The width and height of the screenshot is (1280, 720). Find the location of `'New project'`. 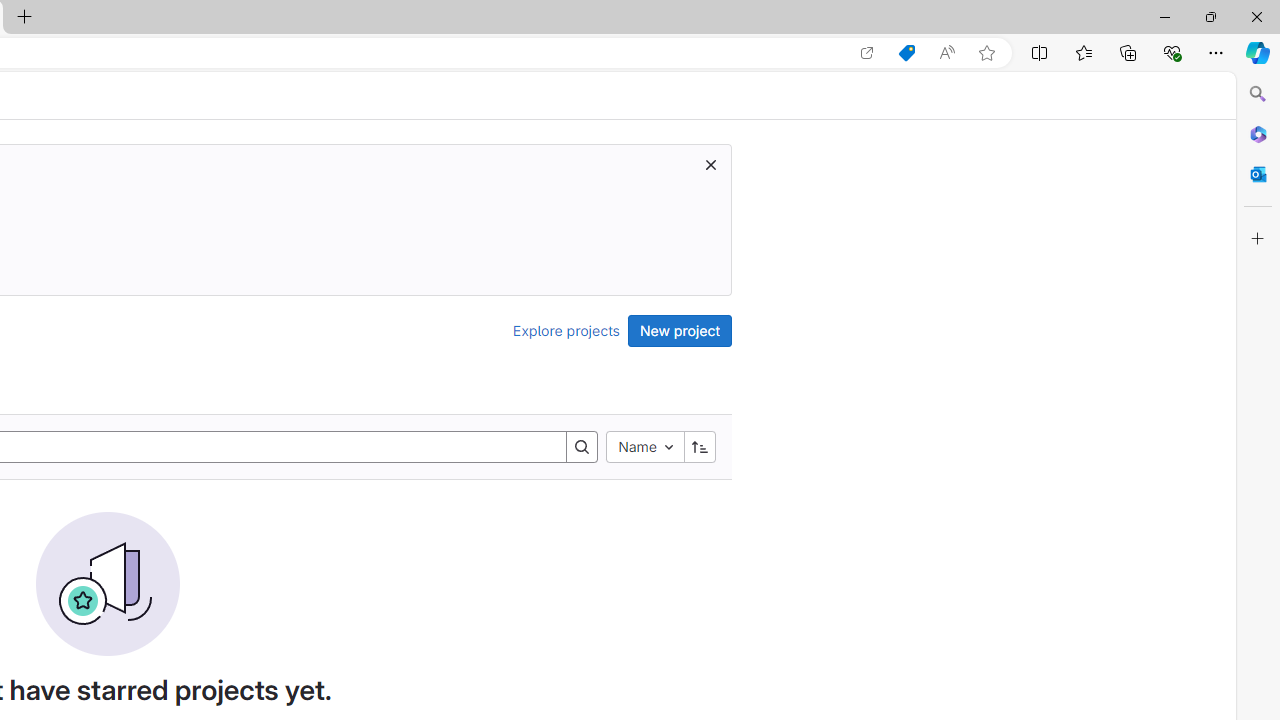

'New project' is located at coordinates (680, 329).